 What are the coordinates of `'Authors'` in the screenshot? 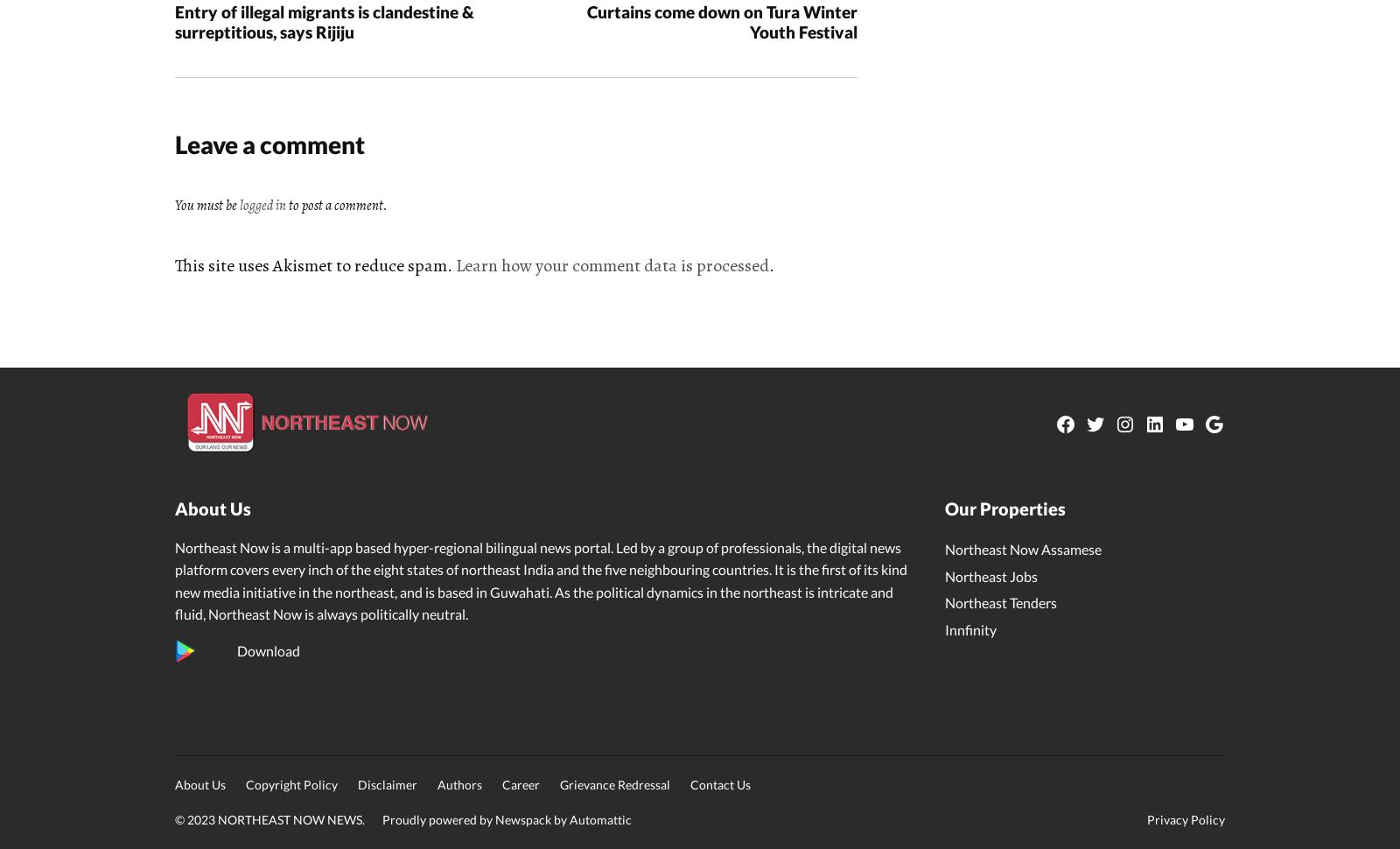 It's located at (437, 784).